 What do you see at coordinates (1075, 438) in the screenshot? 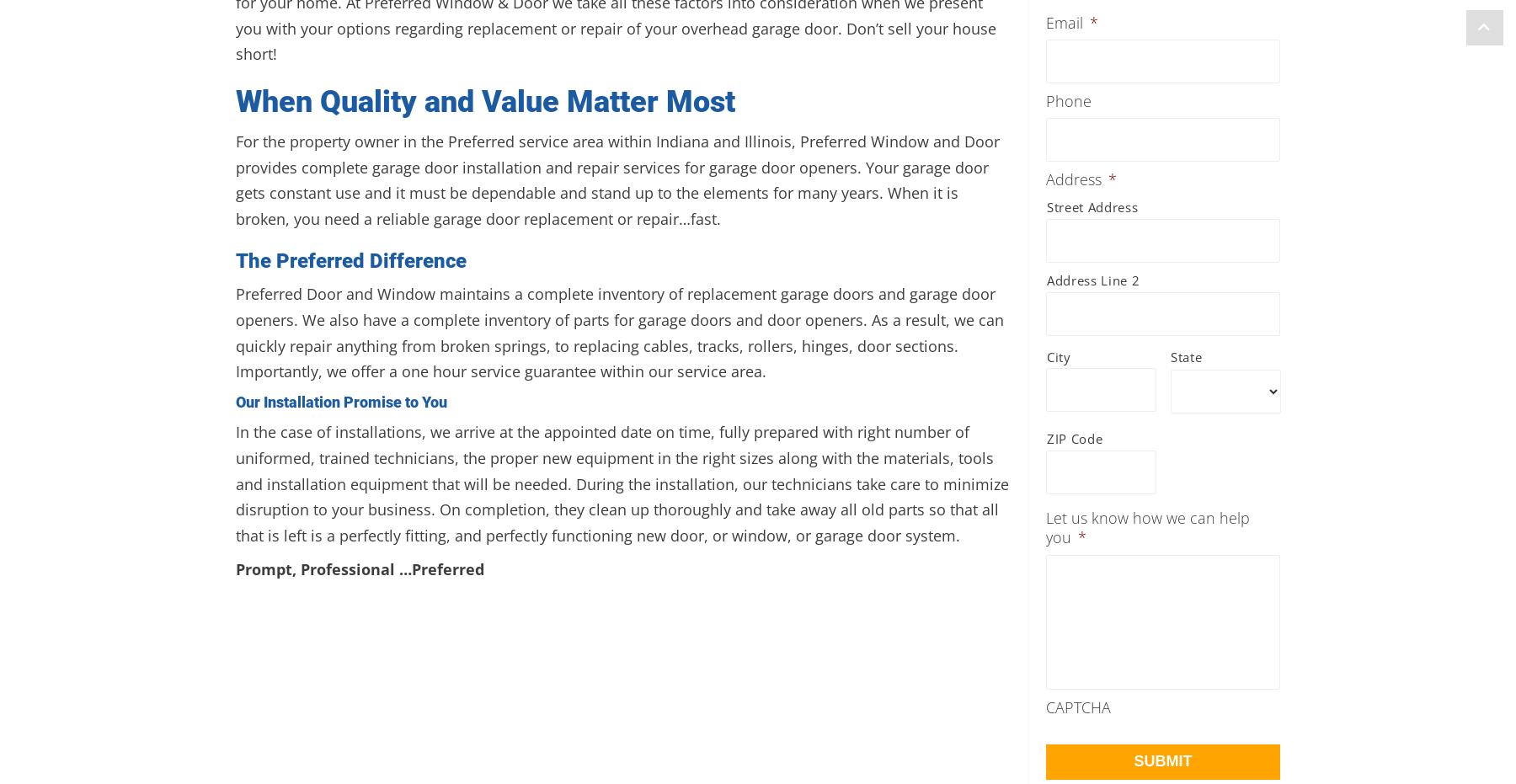
I see `'ZIP Code'` at bounding box center [1075, 438].